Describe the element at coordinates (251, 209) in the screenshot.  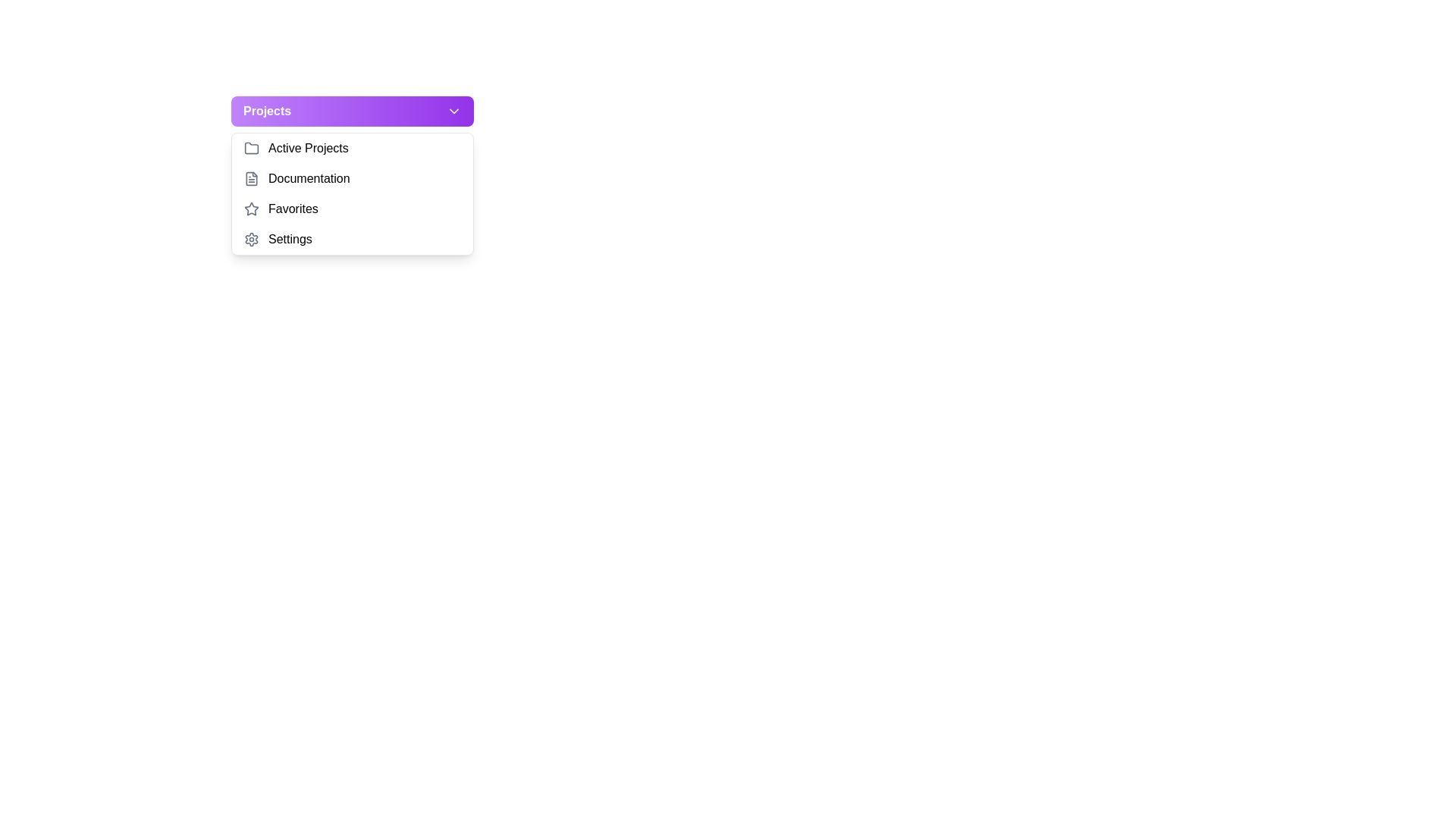
I see `the star-shaped icon located to the left of the 'Favorites' label within the dropdown menu, which serves as a visual indicator for this option` at that location.